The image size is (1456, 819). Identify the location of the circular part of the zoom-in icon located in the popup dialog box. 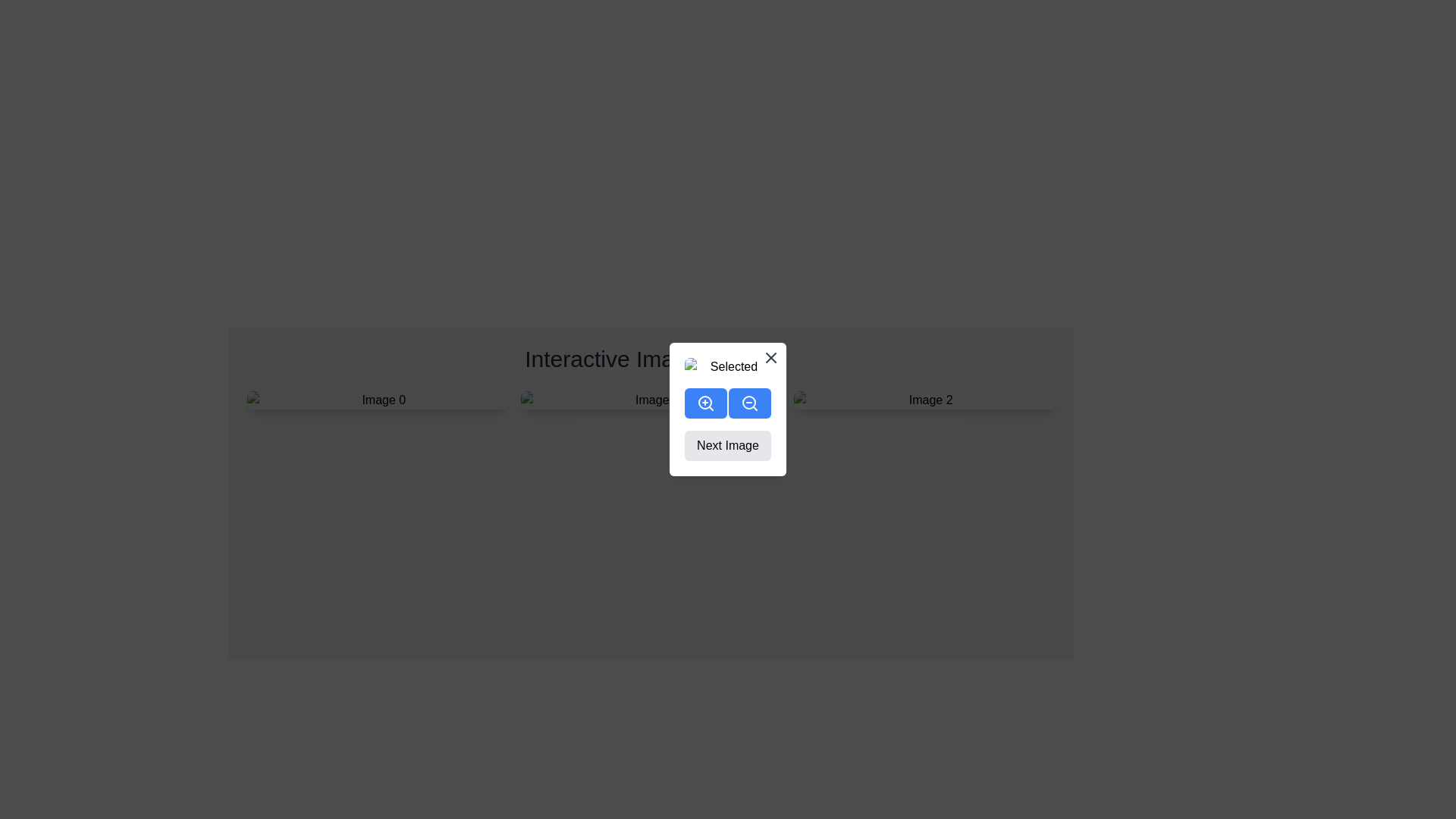
(704, 402).